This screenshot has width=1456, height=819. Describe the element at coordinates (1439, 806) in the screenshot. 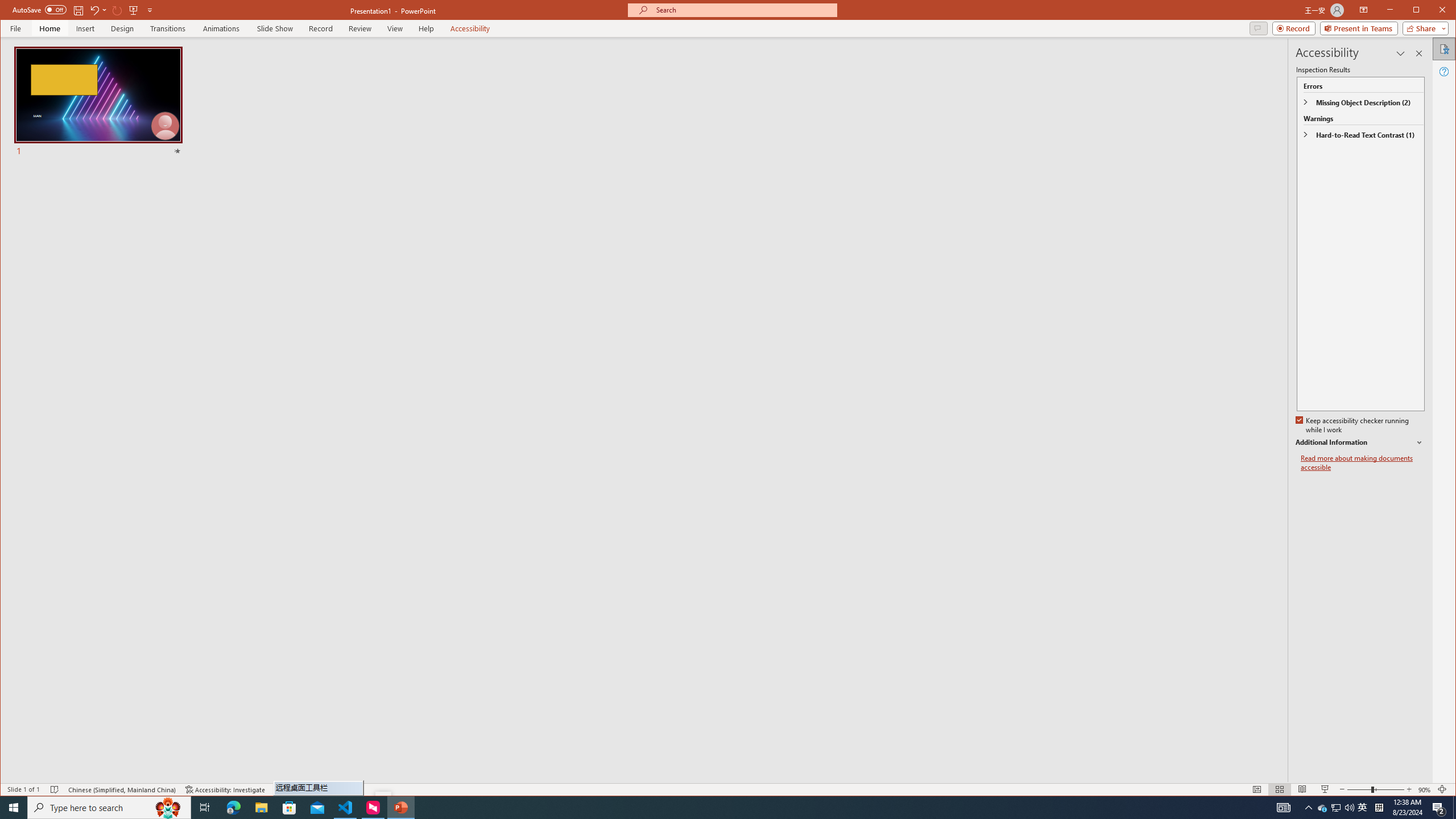

I see `'Action Center, 2 new notifications'` at that location.